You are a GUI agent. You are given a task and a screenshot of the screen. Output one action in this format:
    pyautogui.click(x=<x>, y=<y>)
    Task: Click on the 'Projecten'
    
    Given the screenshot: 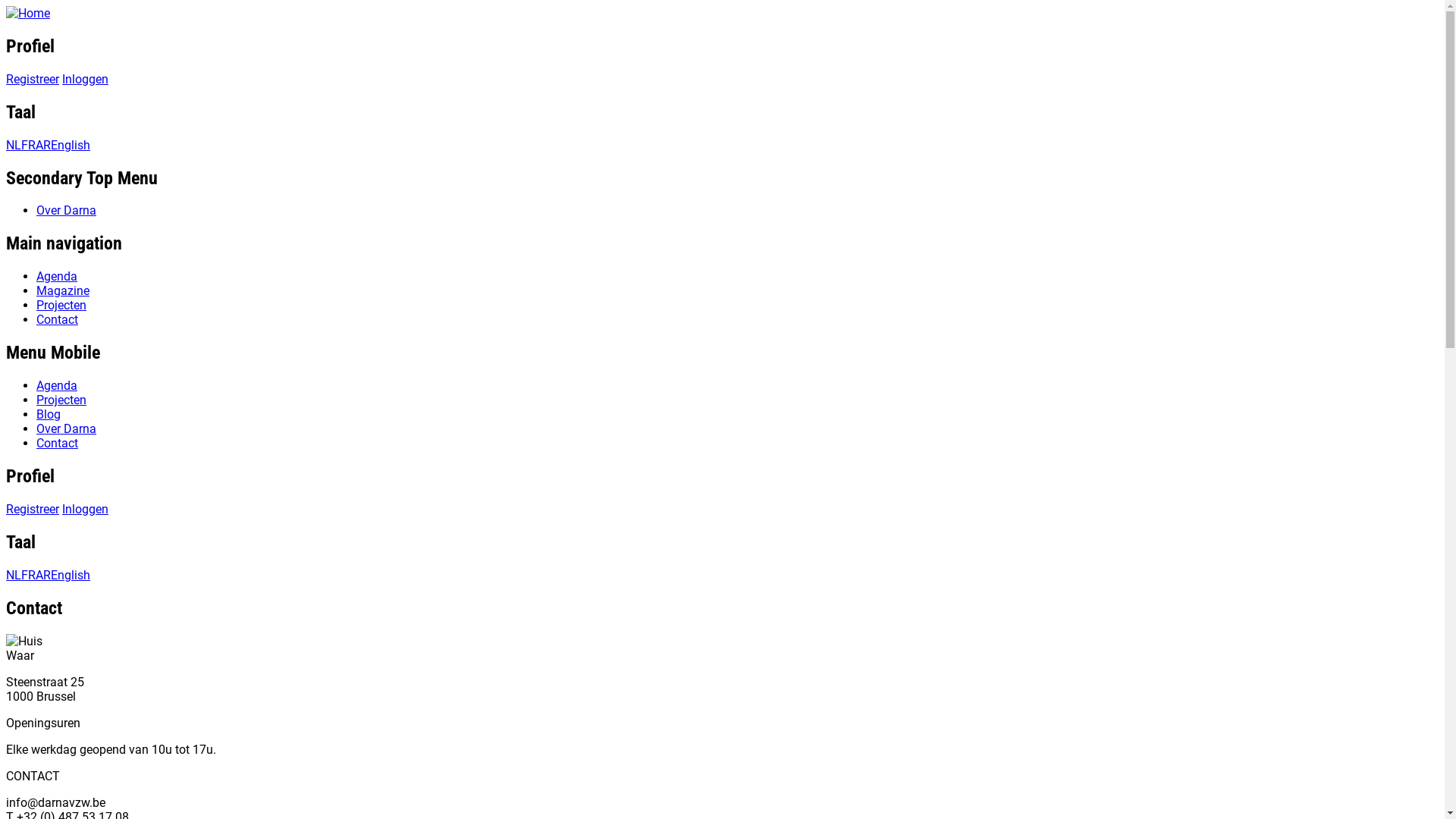 What is the action you would take?
    pyautogui.click(x=36, y=399)
    